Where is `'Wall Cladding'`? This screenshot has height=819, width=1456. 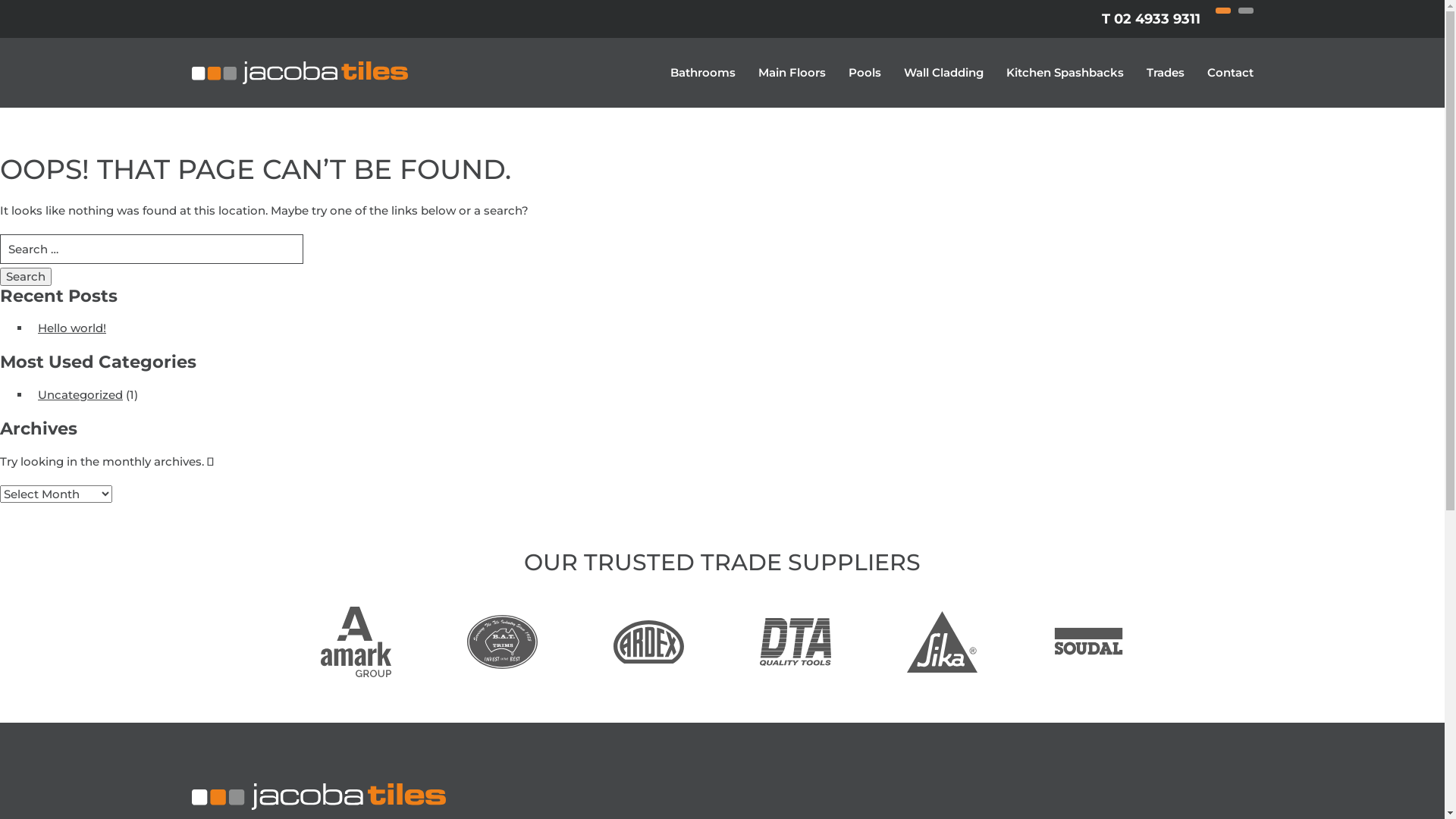 'Wall Cladding' is located at coordinates (943, 73).